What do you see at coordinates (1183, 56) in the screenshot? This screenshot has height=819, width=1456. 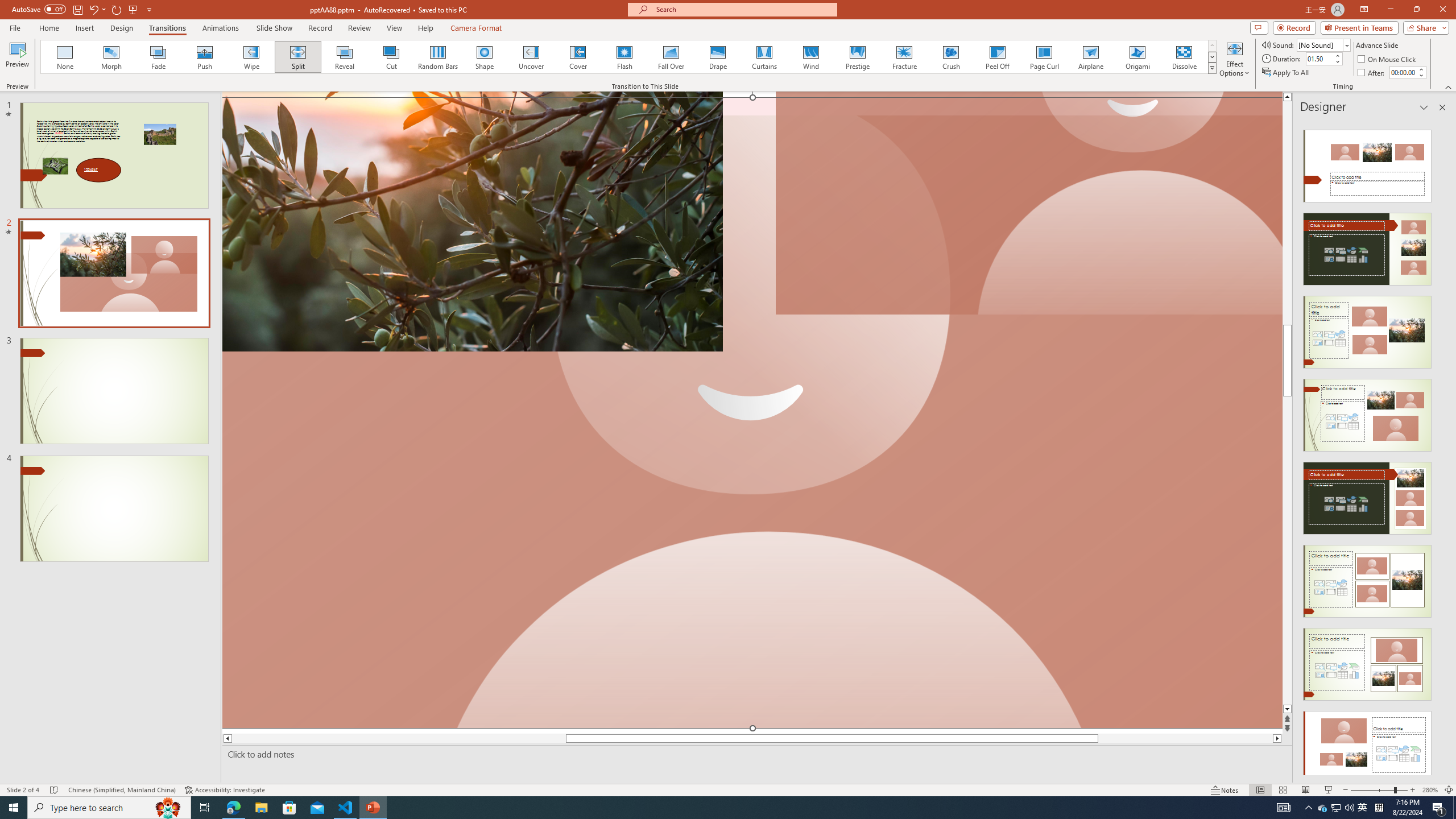 I see `'Dissolve'` at bounding box center [1183, 56].